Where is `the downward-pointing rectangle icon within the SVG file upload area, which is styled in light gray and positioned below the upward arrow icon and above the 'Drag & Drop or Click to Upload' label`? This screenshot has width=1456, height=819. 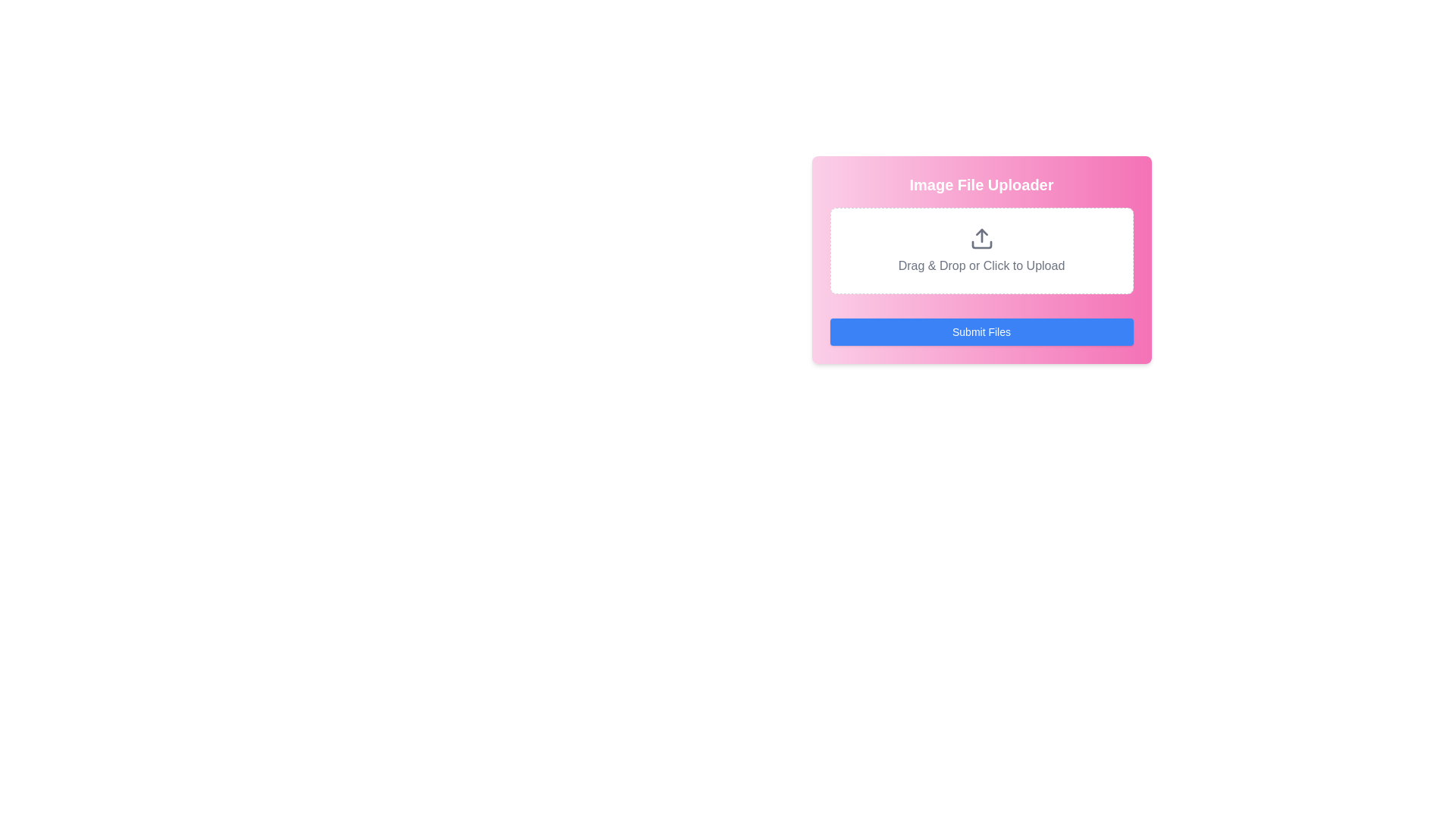 the downward-pointing rectangle icon within the SVG file upload area, which is styled in light gray and positioned below the upward arrow icon and above the 'Drag & Drop or Click to Upload' label is located at coordinates (981, 244).